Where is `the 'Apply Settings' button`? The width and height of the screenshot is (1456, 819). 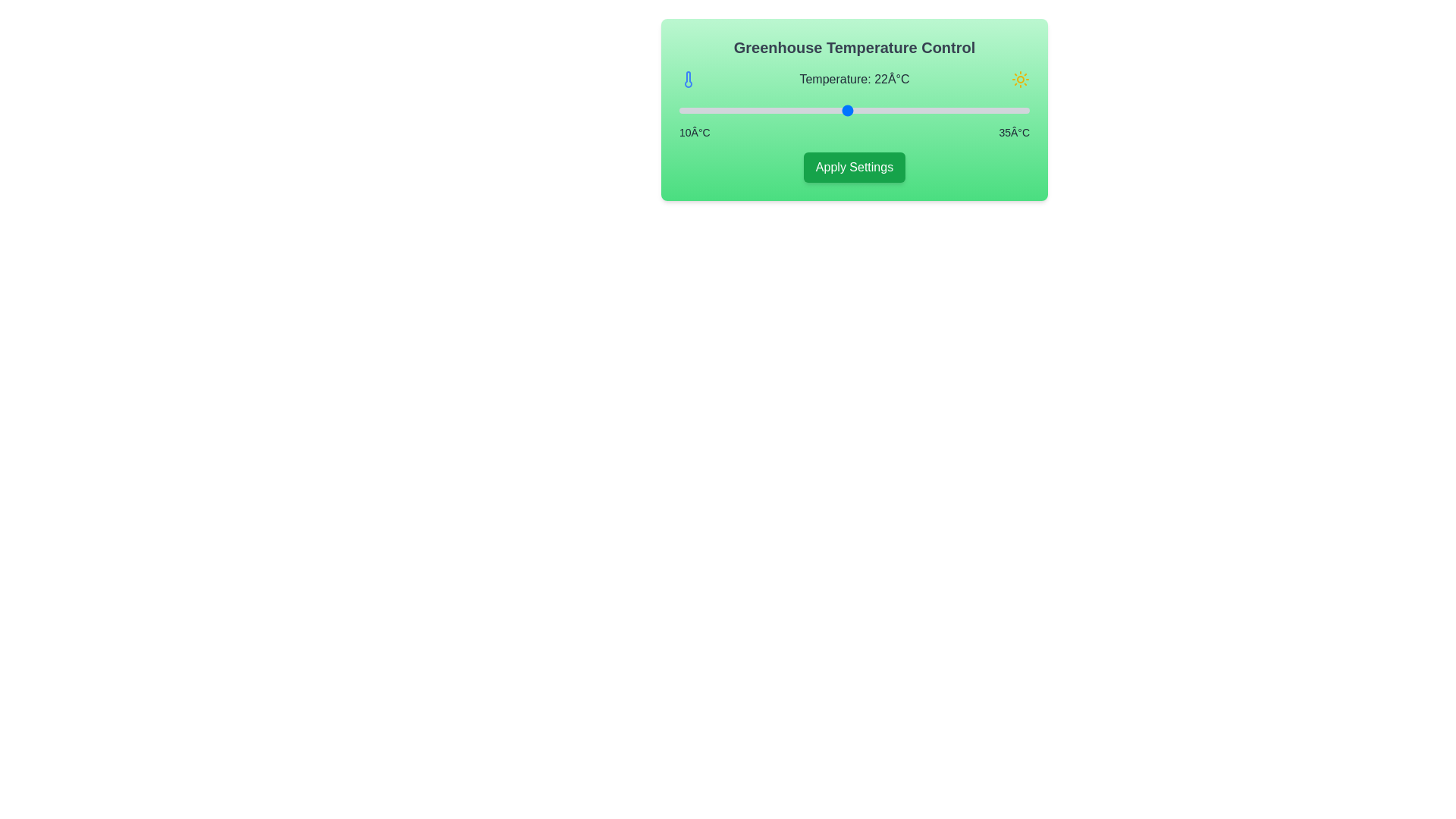 the 'Apply Settings' button is located at coordinates (855, 167).